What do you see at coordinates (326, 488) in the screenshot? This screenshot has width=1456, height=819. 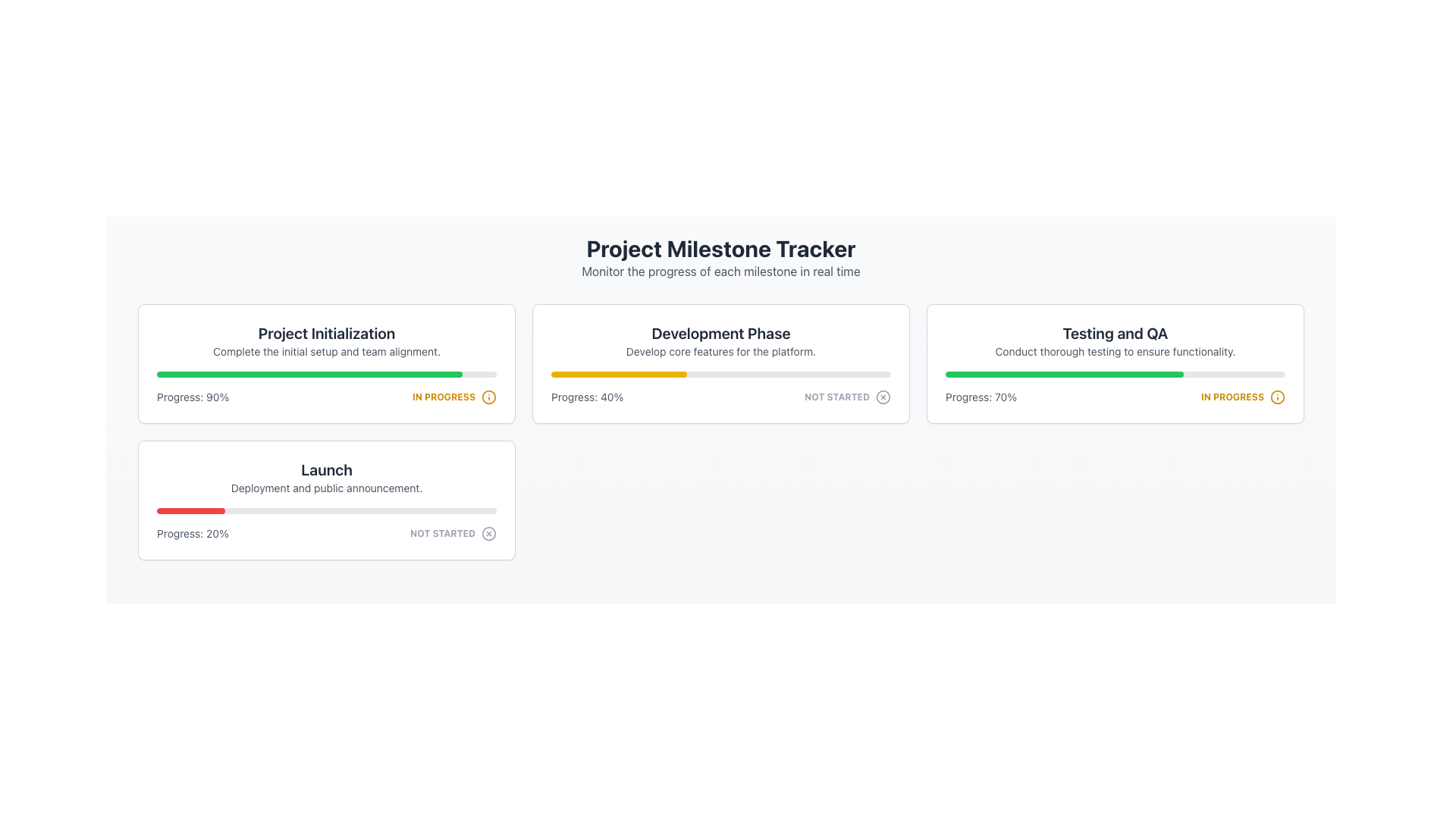 I see `textual information labeled 'Deployment and public announcement.' which is styled in light gray and positioned below the 'Launch' header` at bounding box center [326, 488].